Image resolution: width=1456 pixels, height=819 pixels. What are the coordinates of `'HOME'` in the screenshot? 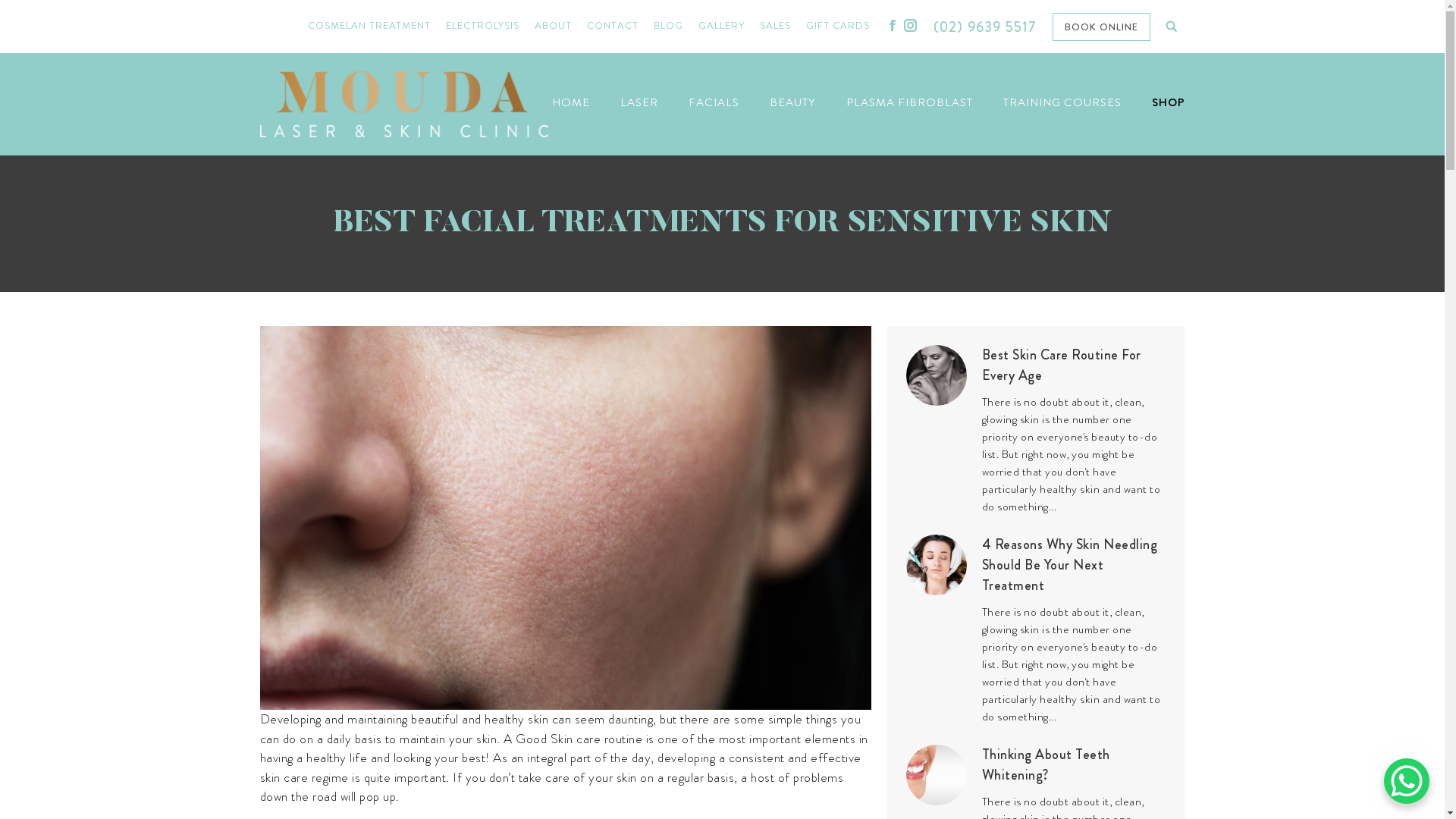 It's located at (570, 102).